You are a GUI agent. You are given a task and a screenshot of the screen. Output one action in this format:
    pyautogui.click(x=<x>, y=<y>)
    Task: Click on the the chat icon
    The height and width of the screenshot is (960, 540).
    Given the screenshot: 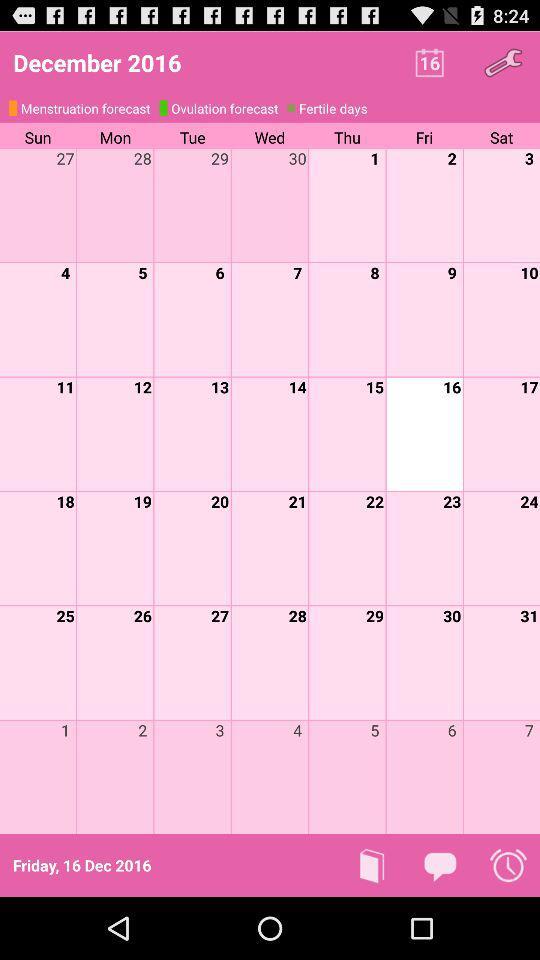 What is the action you would take?
    pyautogui.click(x=440, y=926)
    